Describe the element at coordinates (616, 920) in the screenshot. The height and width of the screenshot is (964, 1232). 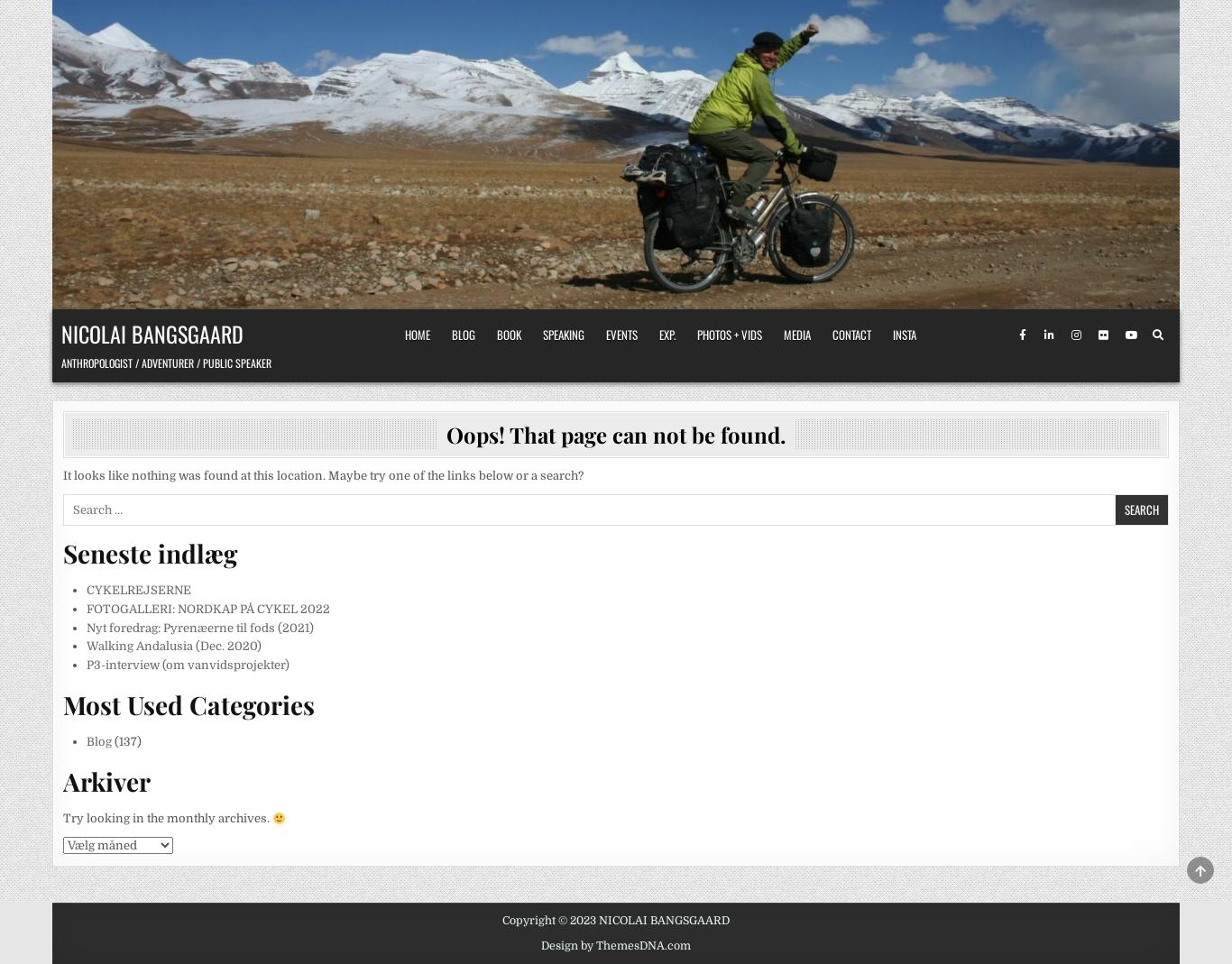
I see `'Copyright © 2023 NICOLAI BANGSGAARD'` at that location.